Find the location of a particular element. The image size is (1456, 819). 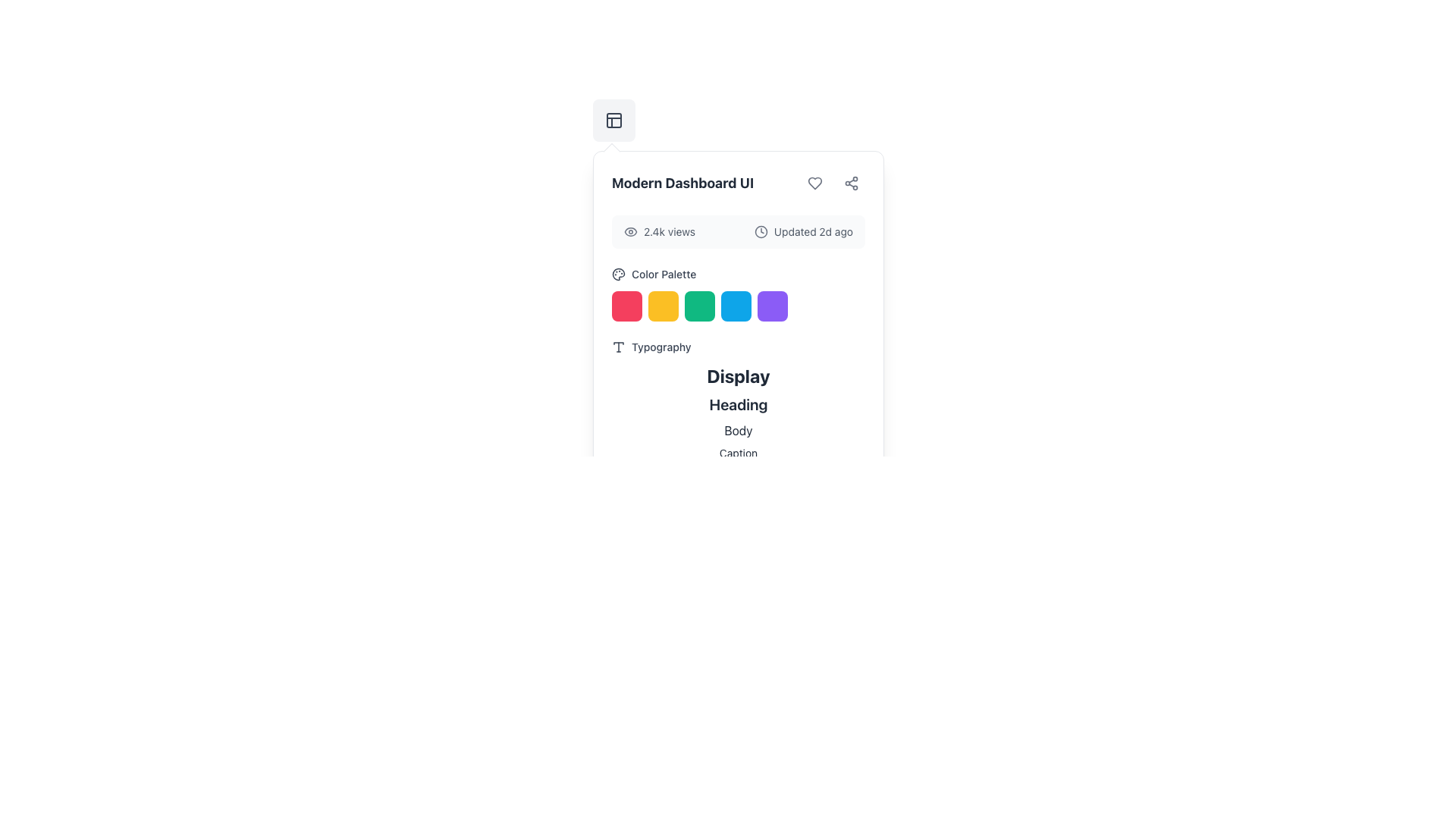

the eye-shaped SVG graphic element located at the top-right section of the card interface is located at coordinates (630, 231).